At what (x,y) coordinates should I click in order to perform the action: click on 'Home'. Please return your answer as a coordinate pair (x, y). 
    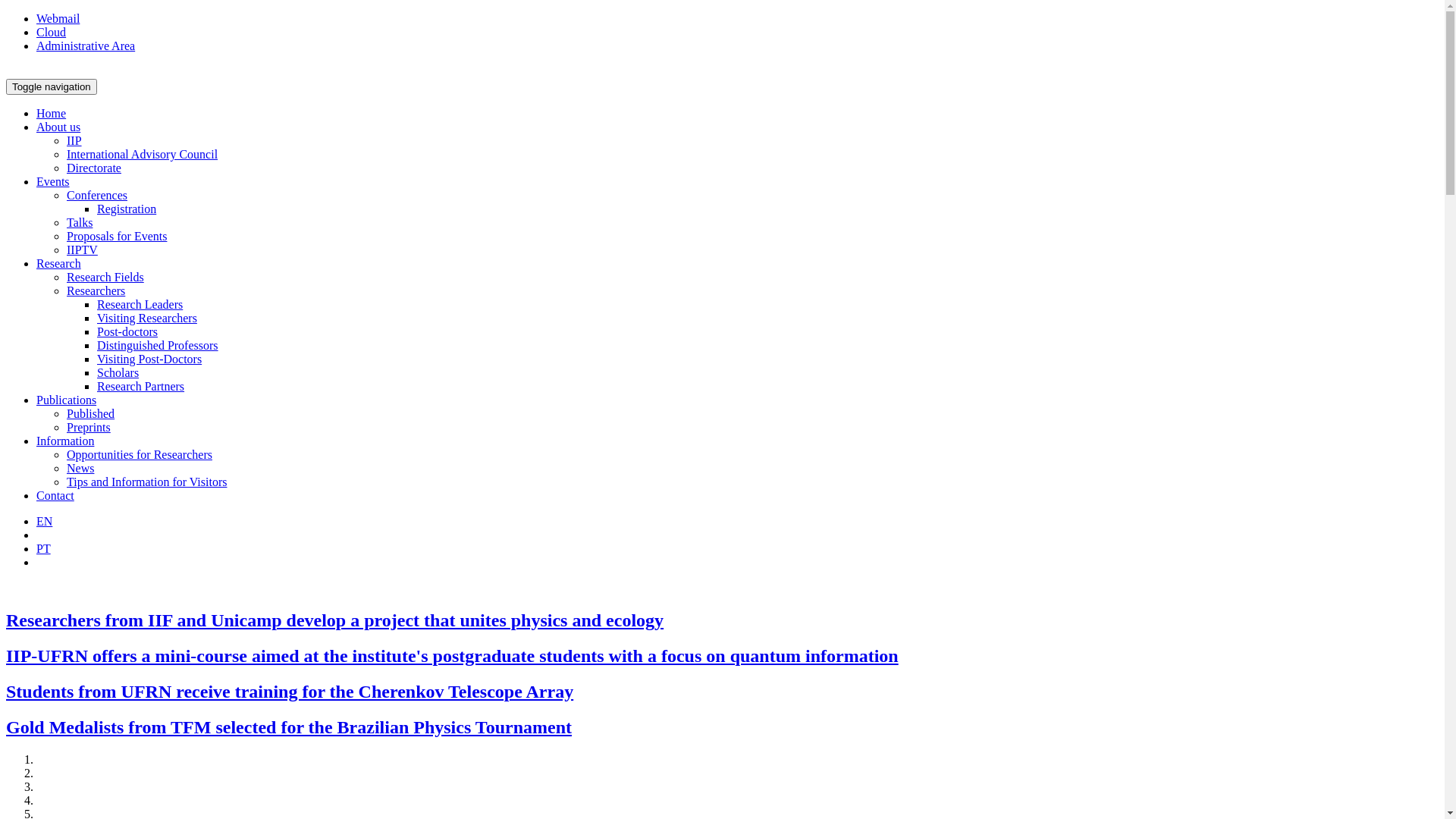
    Looking at the image, I should click on (51, 112).